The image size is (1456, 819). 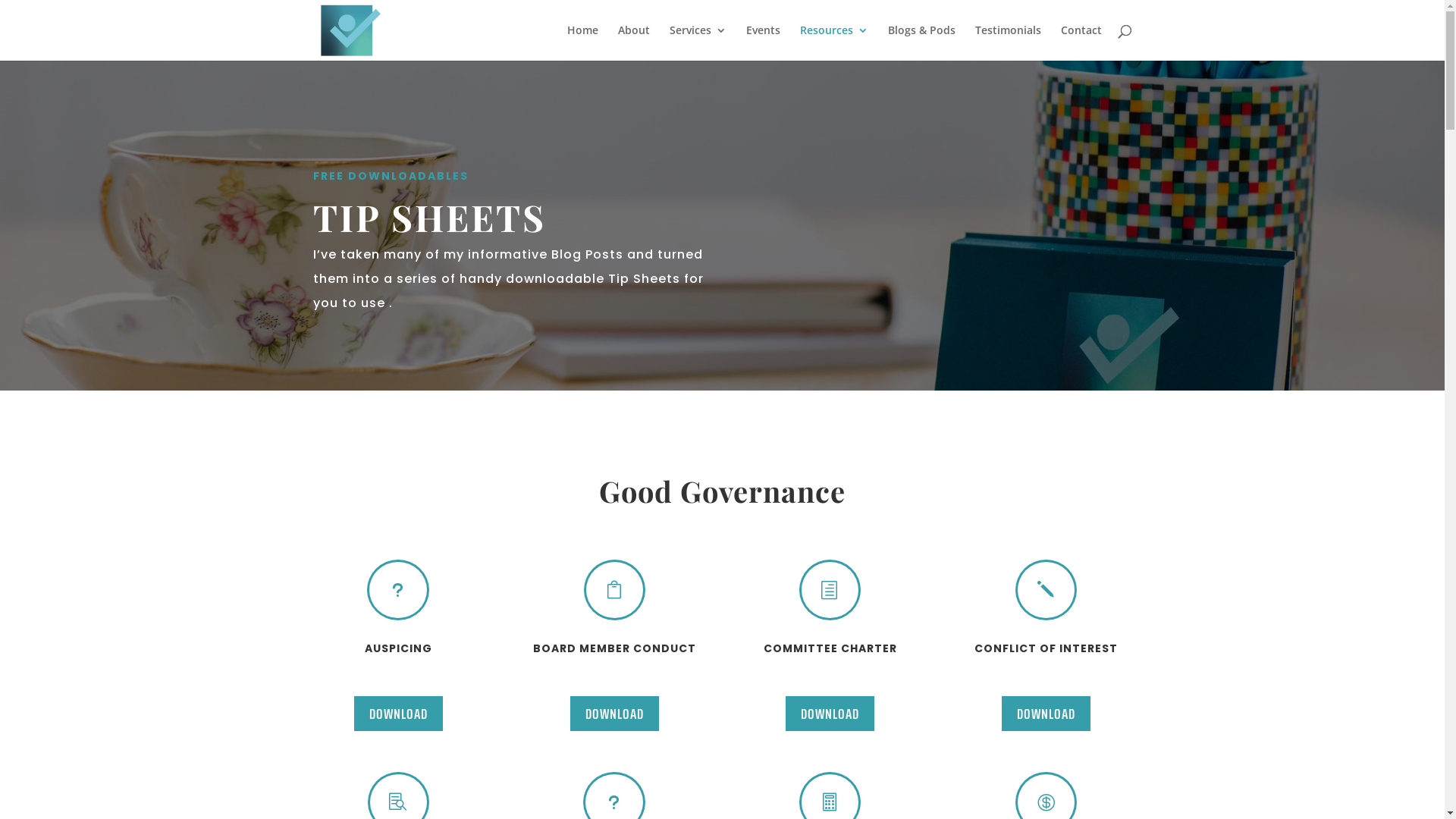 I want to click on 'Home', so click(x=582, y=42).